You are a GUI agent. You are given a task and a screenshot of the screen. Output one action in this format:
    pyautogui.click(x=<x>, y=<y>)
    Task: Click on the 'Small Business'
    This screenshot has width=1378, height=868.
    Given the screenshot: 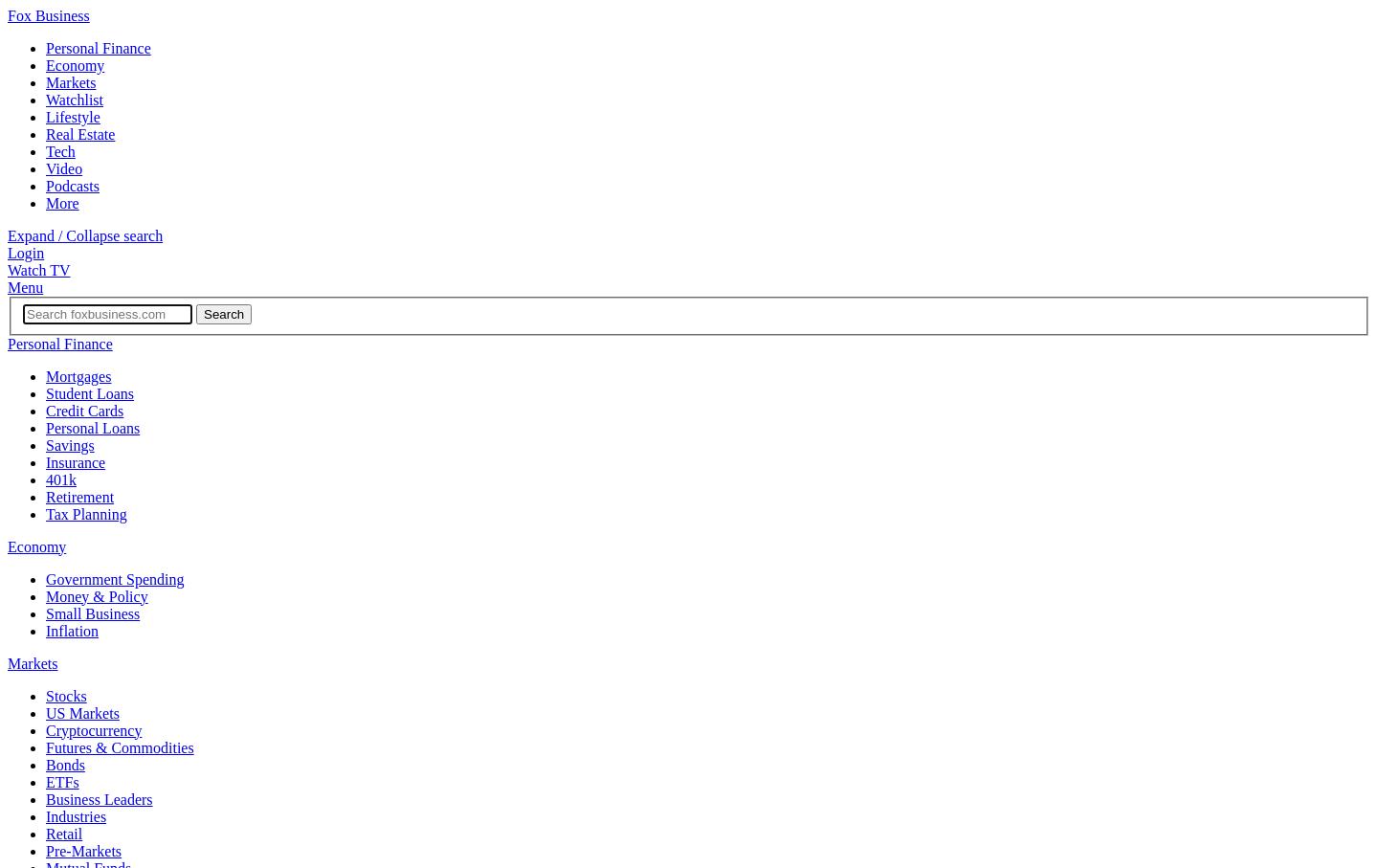 What is the action you would take?
    pyautogui.click(x=44, y=612)
    